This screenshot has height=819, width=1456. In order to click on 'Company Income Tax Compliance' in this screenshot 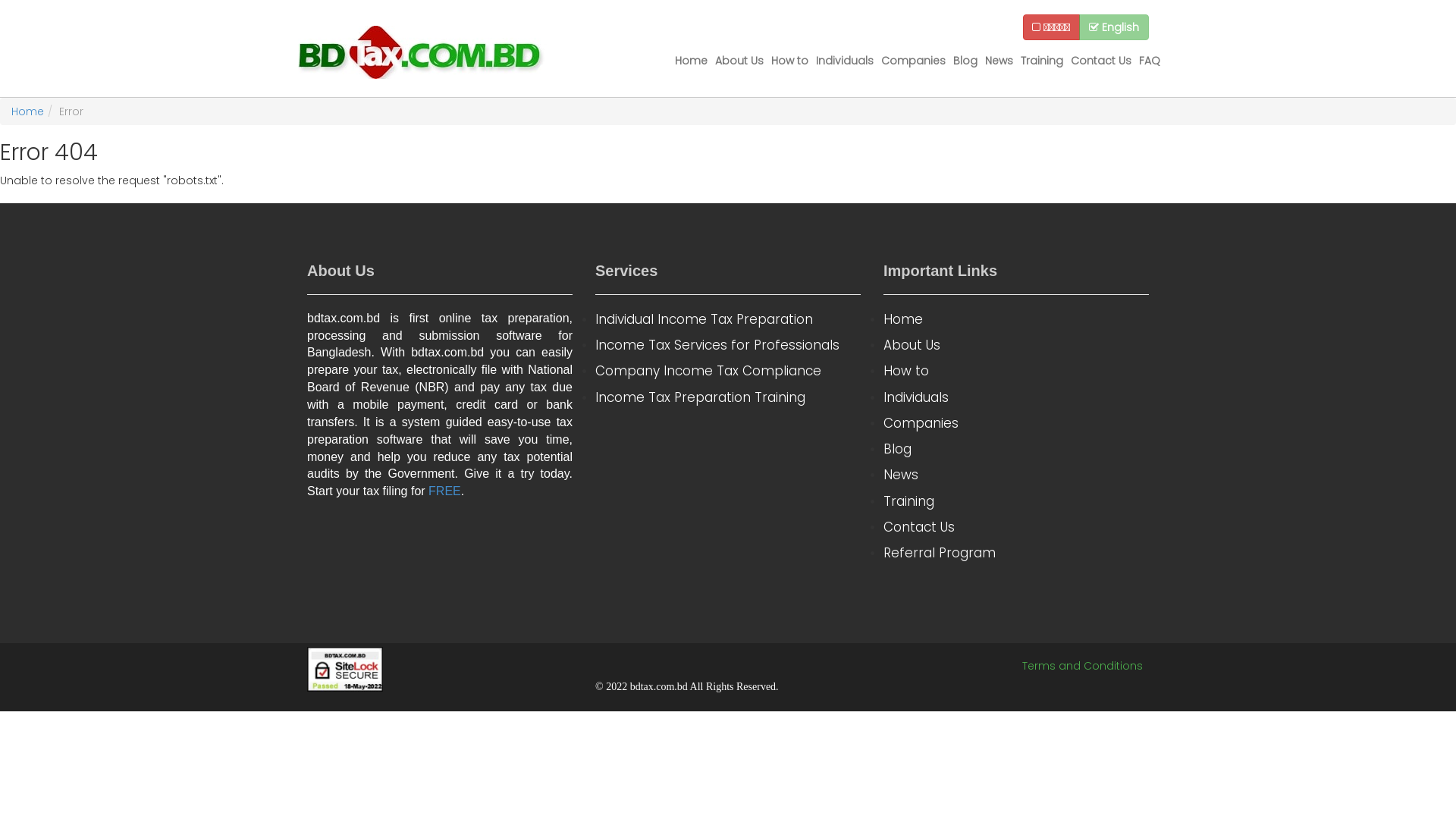, I will do `click(728, 371)`.